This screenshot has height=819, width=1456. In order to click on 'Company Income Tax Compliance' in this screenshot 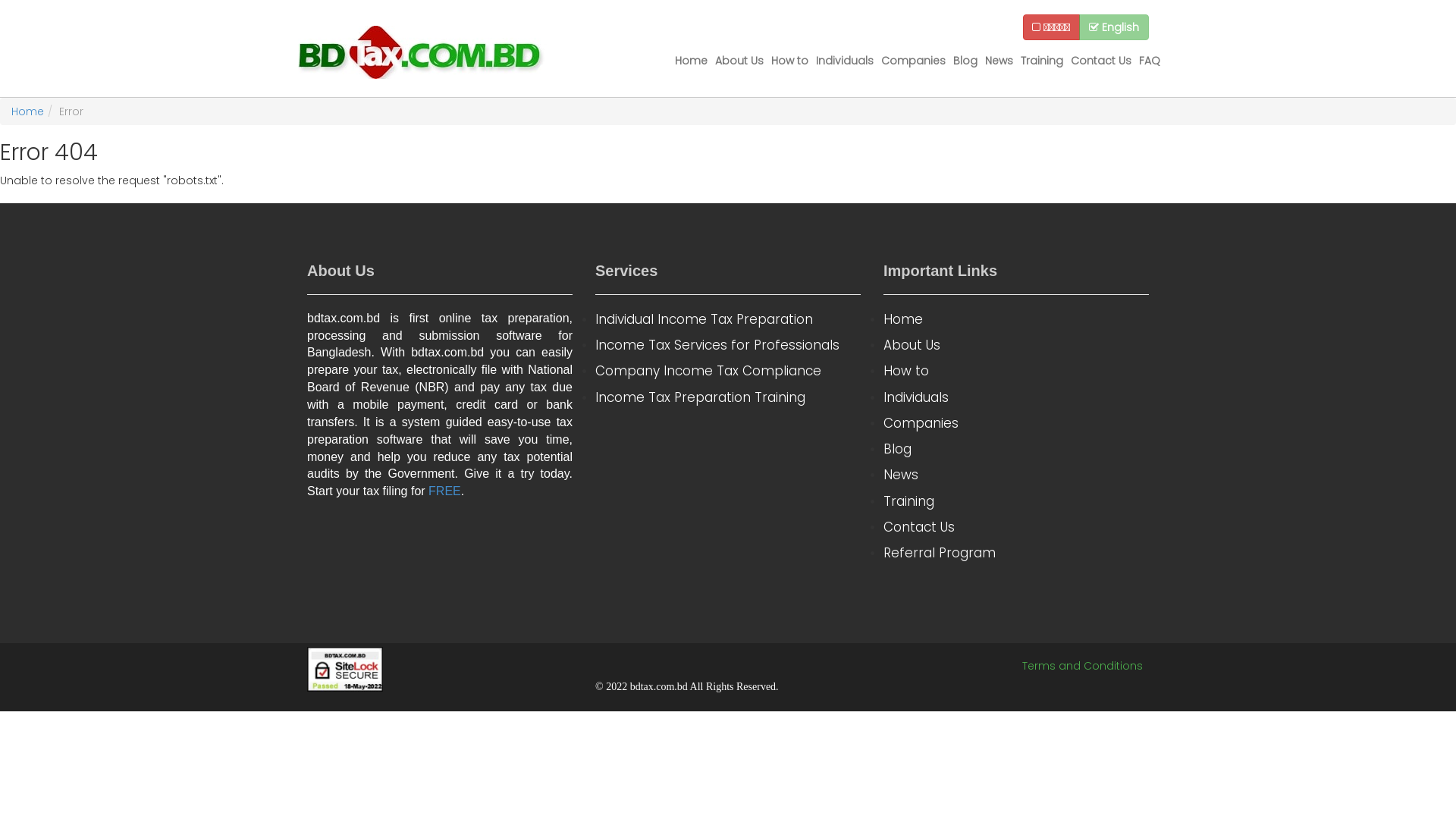, I will do `click(728, 371)`.